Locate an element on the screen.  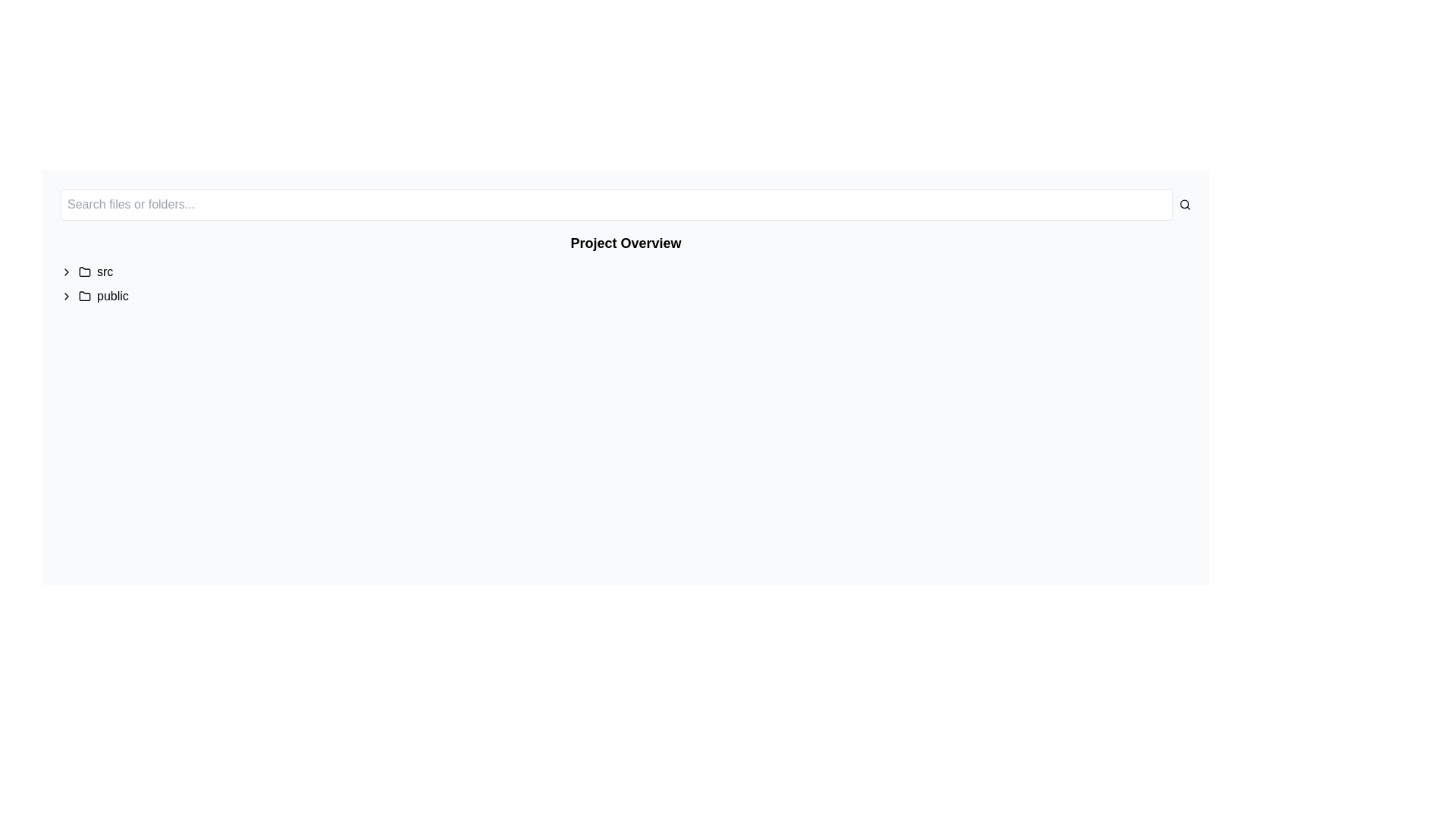
the label element identifying the folder named 'src' is located at coordinates (104, 271).